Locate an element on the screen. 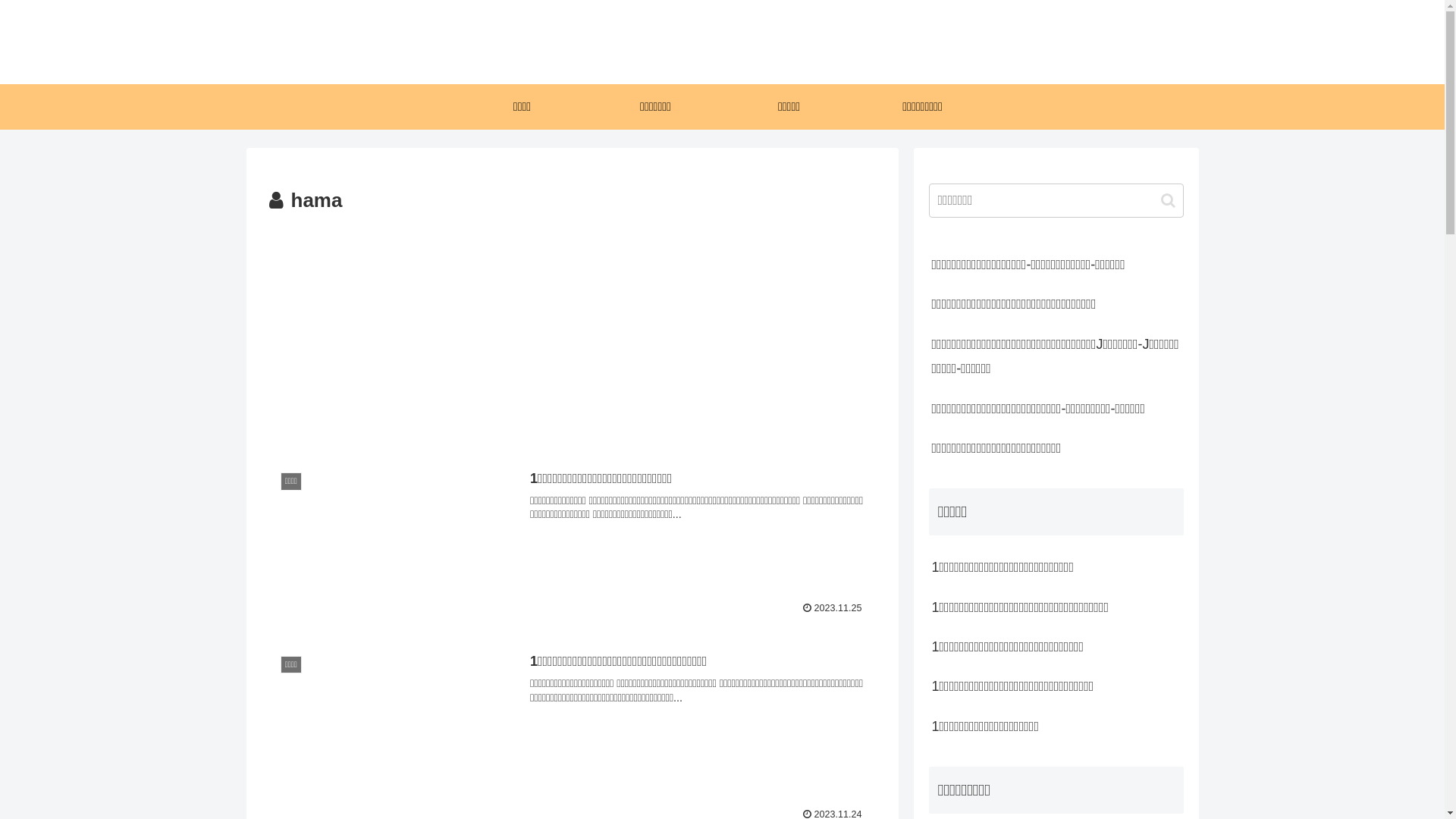 The width and height of the screenshot is (1456, 819). 'Advertisement' is located at coordinates (570, 331).